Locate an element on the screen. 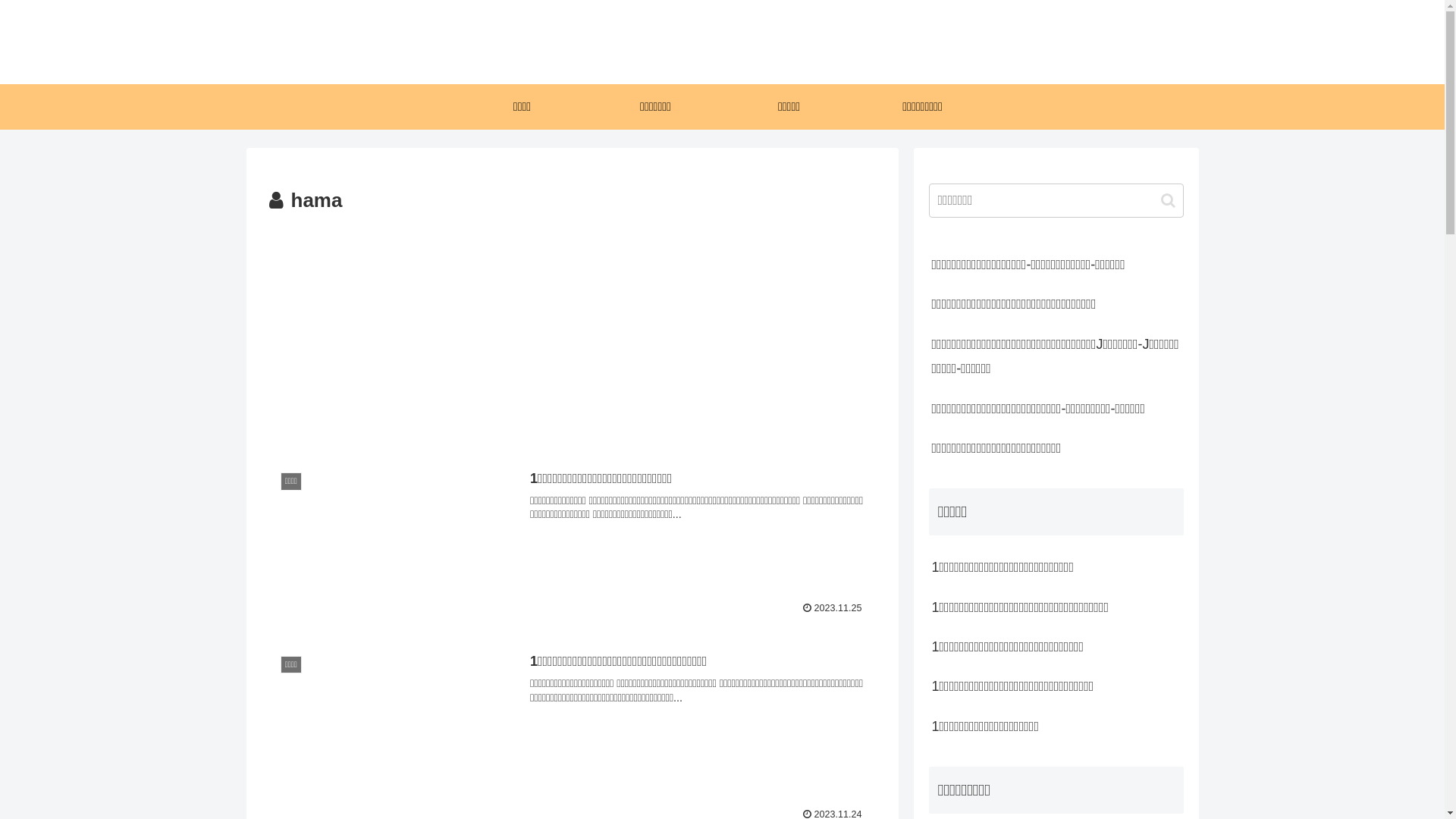 The width and height of the screenshot is (1456, 819). 'Advertisement' is located at coordinates (570, 331).